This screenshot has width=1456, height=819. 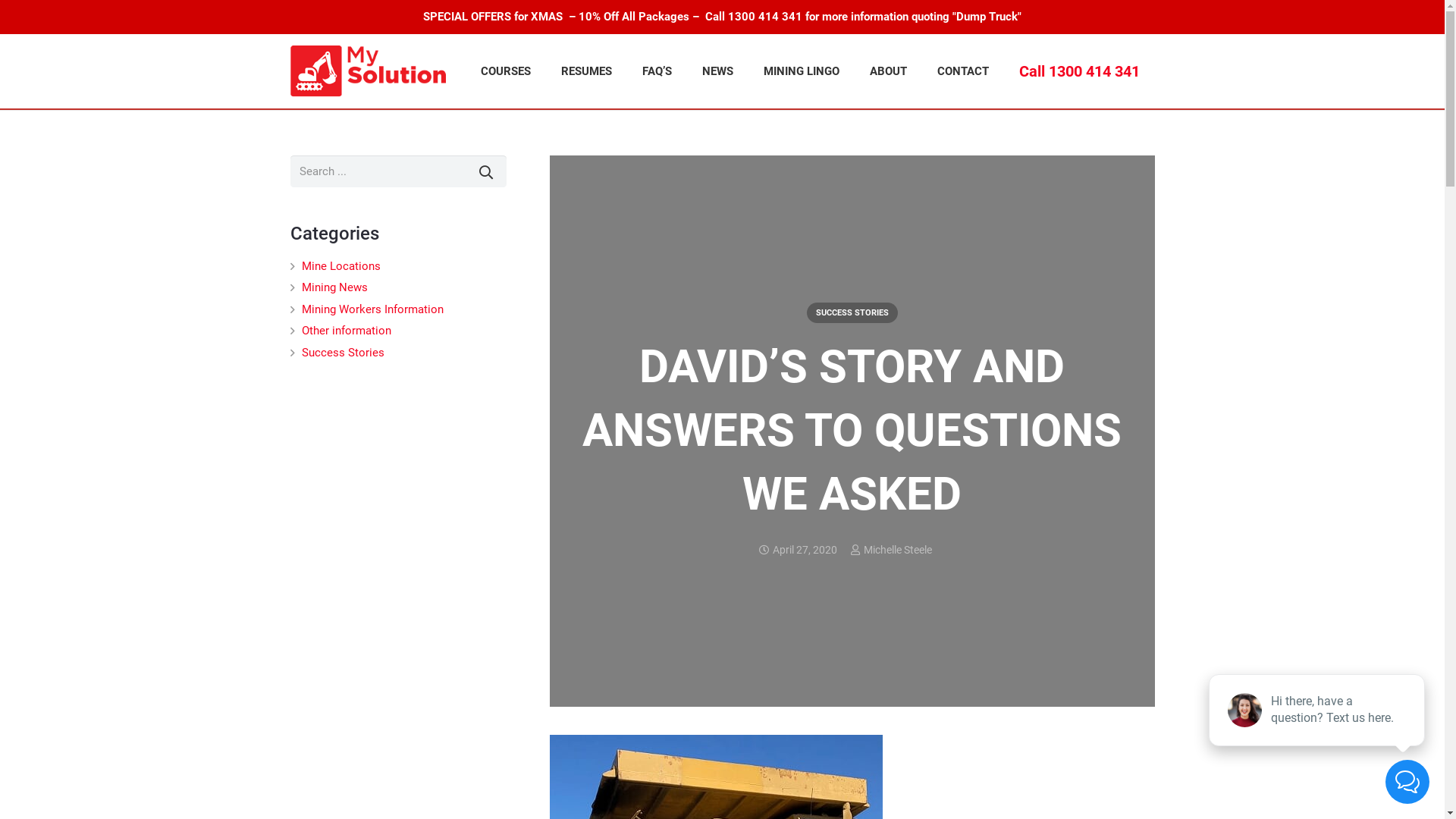 What do you see at coordinates (302, 353) in the screenshot?
I see `'Success Stories'` at bounding box center [302, 353].